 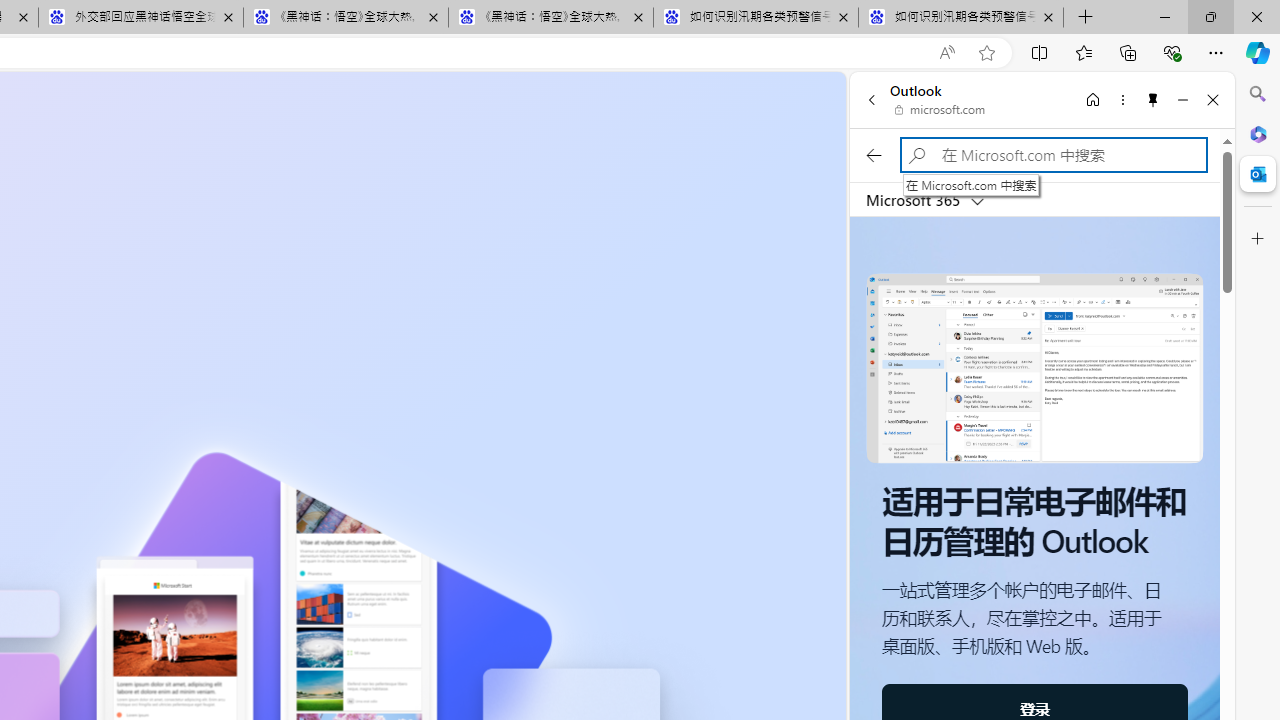 I want to click on 'Read aloud this page (Ctrl+Shift+U)', so click(x=945, y=52).